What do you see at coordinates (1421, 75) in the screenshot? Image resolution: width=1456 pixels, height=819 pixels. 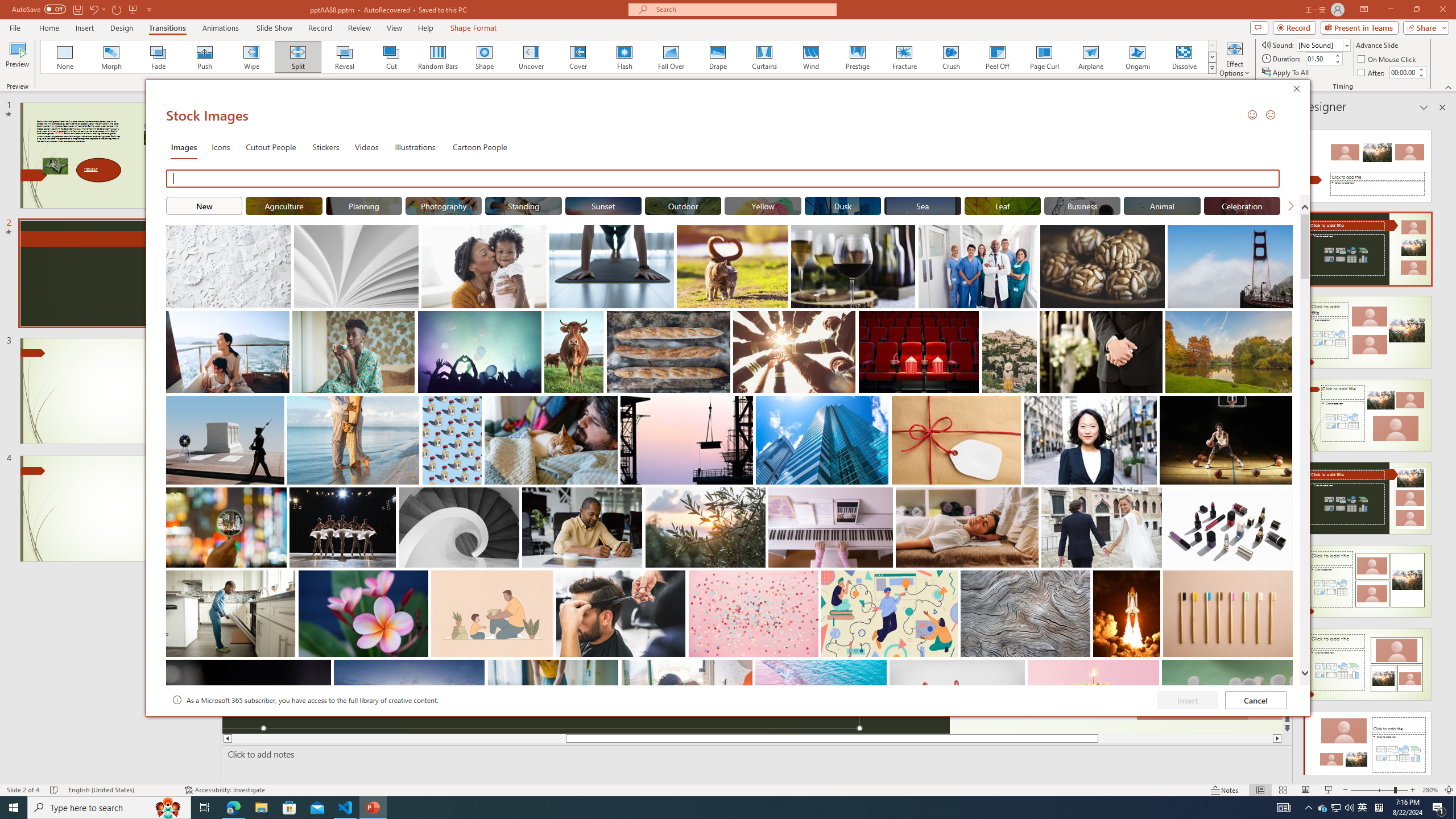 I see `'Less'` at bounding box center [1421, 75].